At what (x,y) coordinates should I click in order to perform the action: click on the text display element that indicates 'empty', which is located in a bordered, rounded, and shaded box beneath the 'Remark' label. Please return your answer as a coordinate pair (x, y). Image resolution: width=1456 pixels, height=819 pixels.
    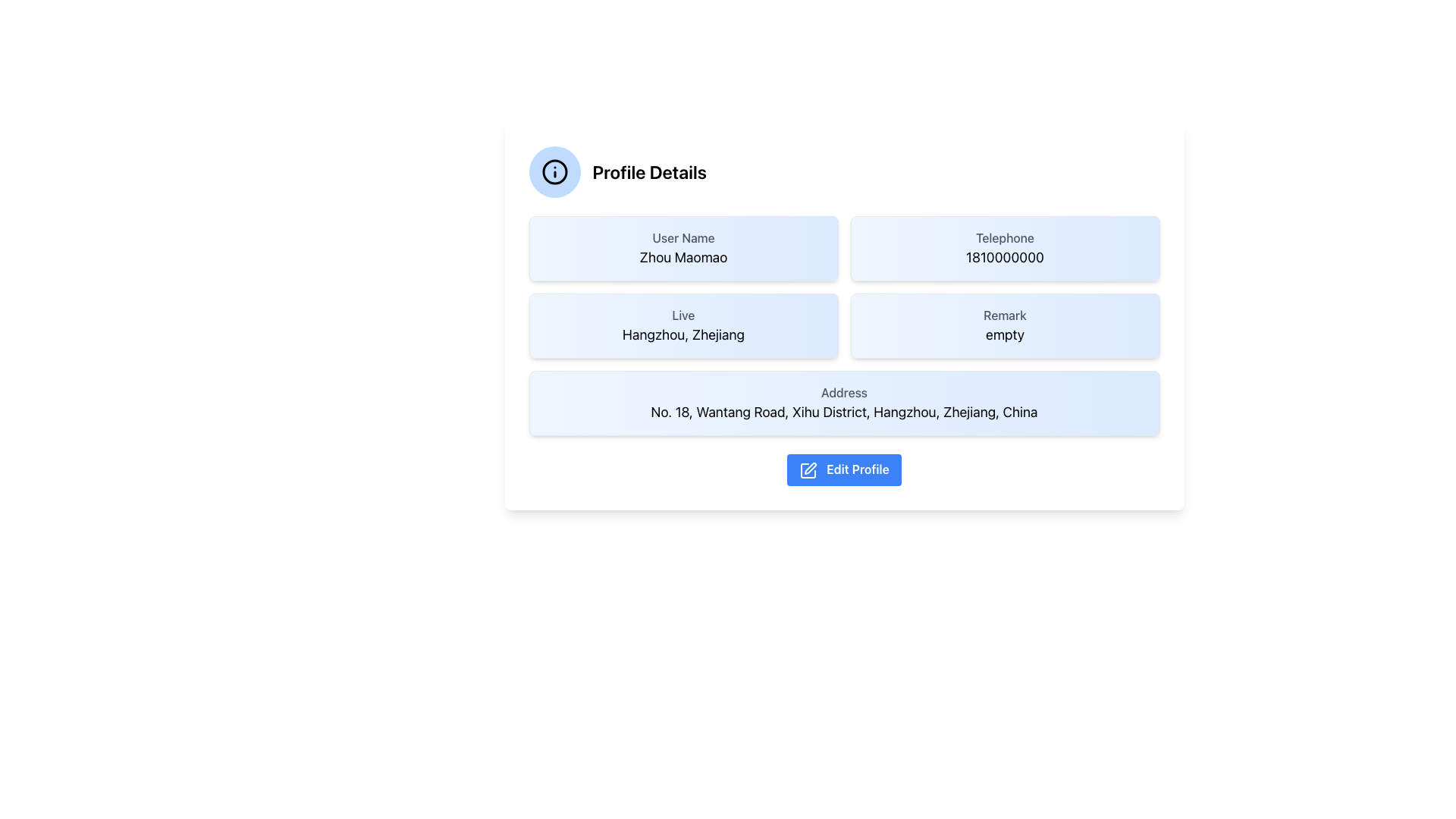
    Looking at the image, I should click on (1005, 334).